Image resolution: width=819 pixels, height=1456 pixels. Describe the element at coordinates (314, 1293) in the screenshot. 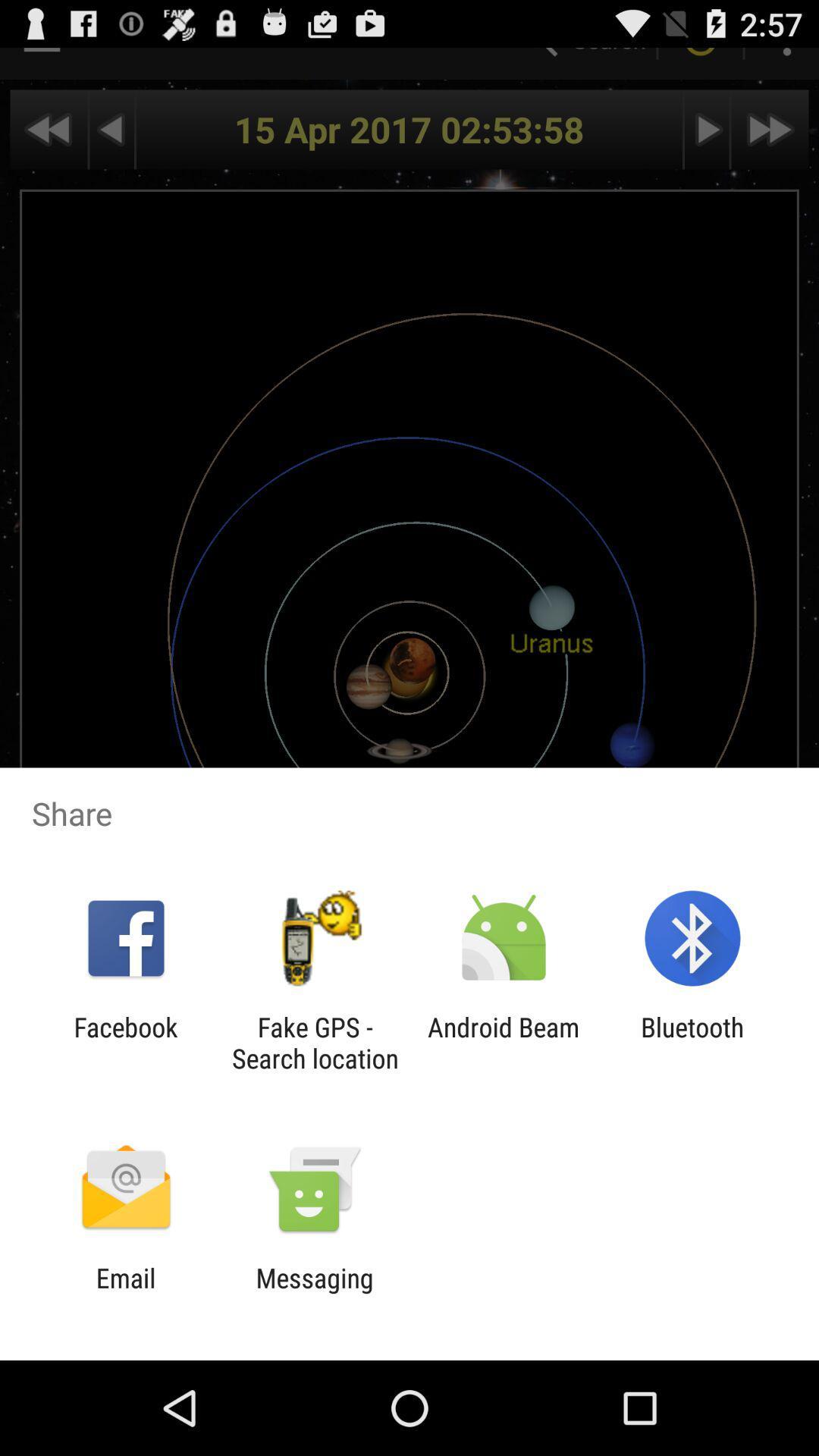

I see `item to the right of email` at that location.